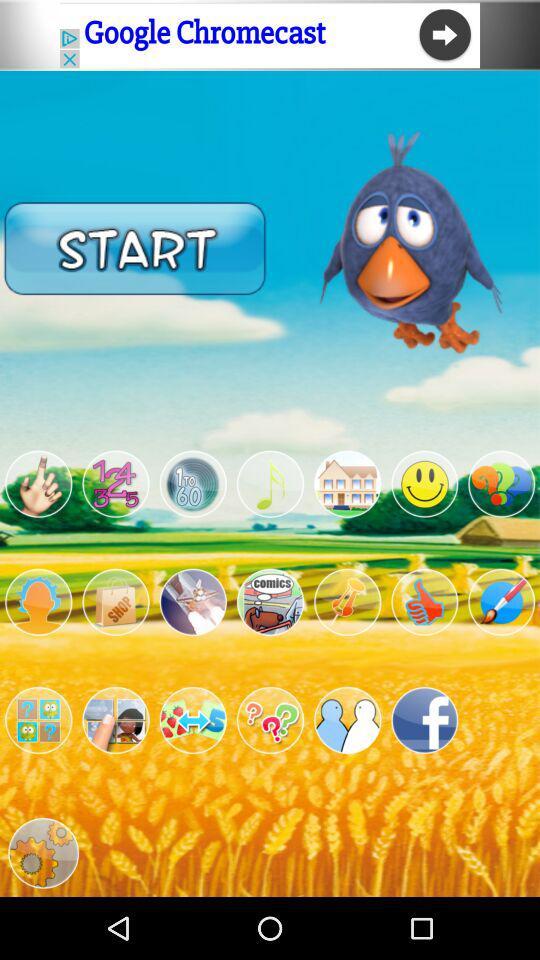 The height and width of the screenshot is (960, 540). What do you see at coordinates (270, 720) in the screenshot?
I see `questions` at bounding box center [270, 720].